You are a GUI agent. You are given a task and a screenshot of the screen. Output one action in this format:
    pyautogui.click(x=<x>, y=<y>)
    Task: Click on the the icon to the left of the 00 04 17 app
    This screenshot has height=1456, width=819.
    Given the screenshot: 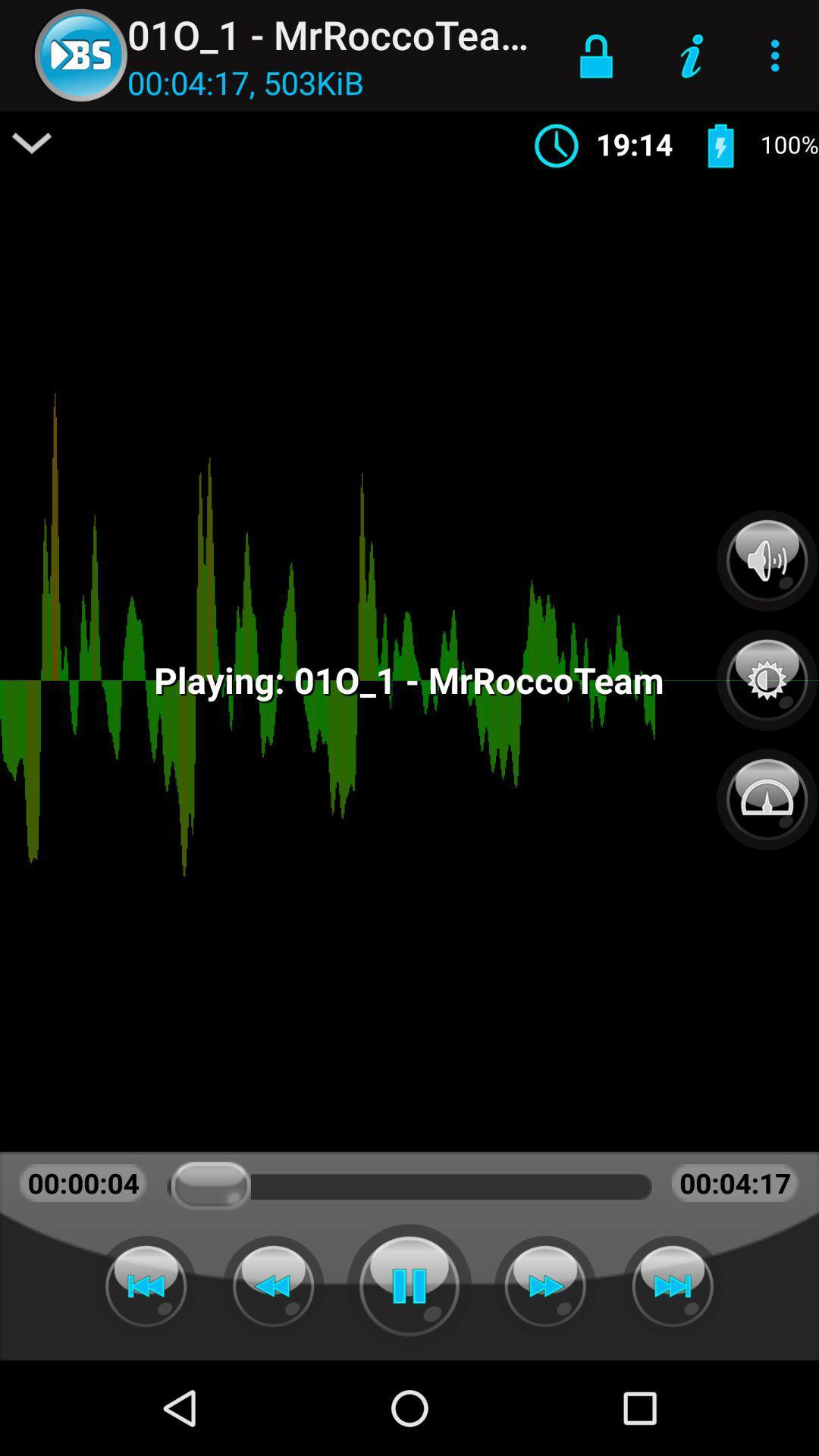 What is the action you would take?
    pyautogui.click(x=32, y=143)
    